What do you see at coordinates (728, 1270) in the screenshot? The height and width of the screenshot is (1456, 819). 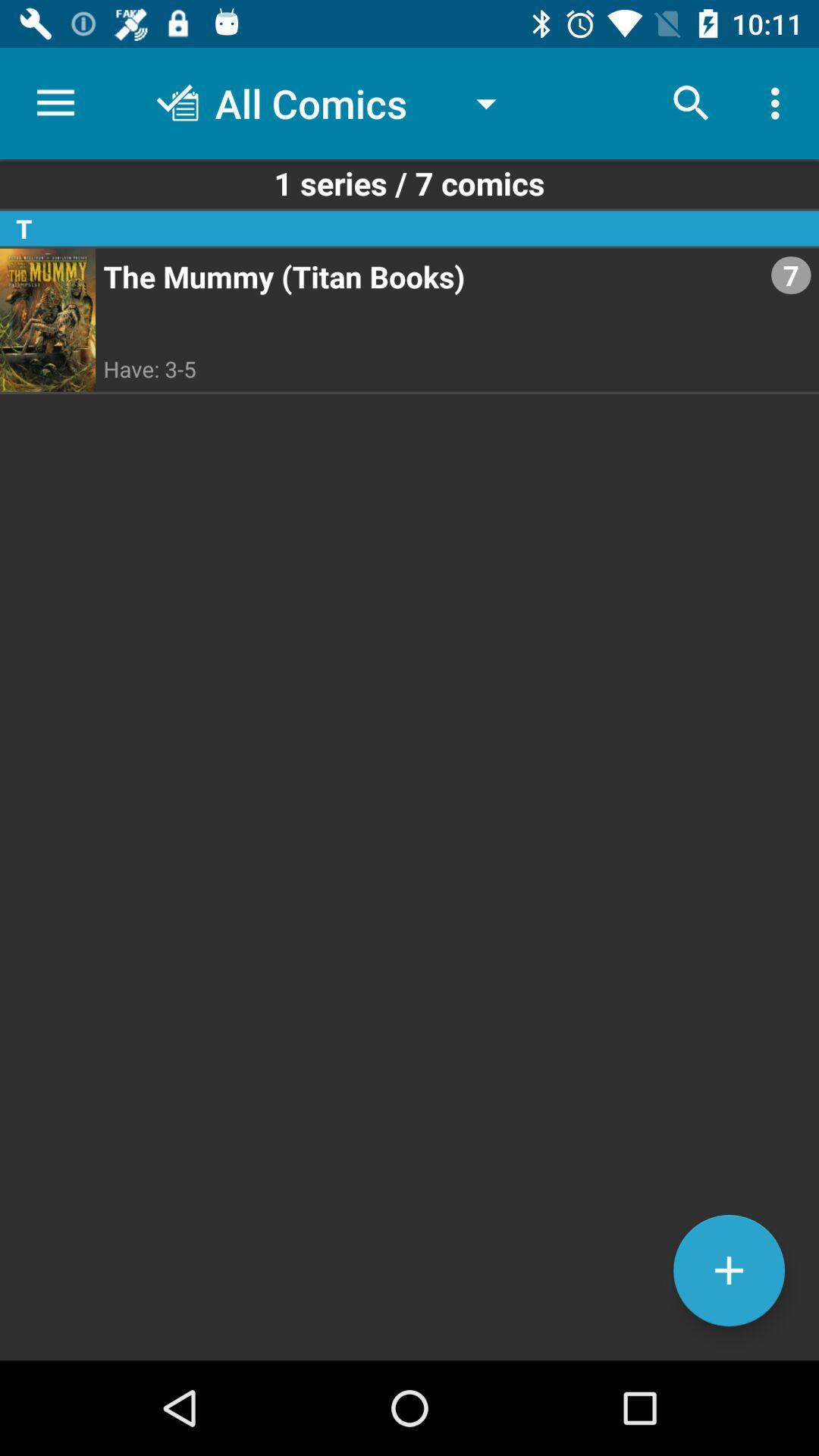 I see `item` at bounding box center [728, 1270].